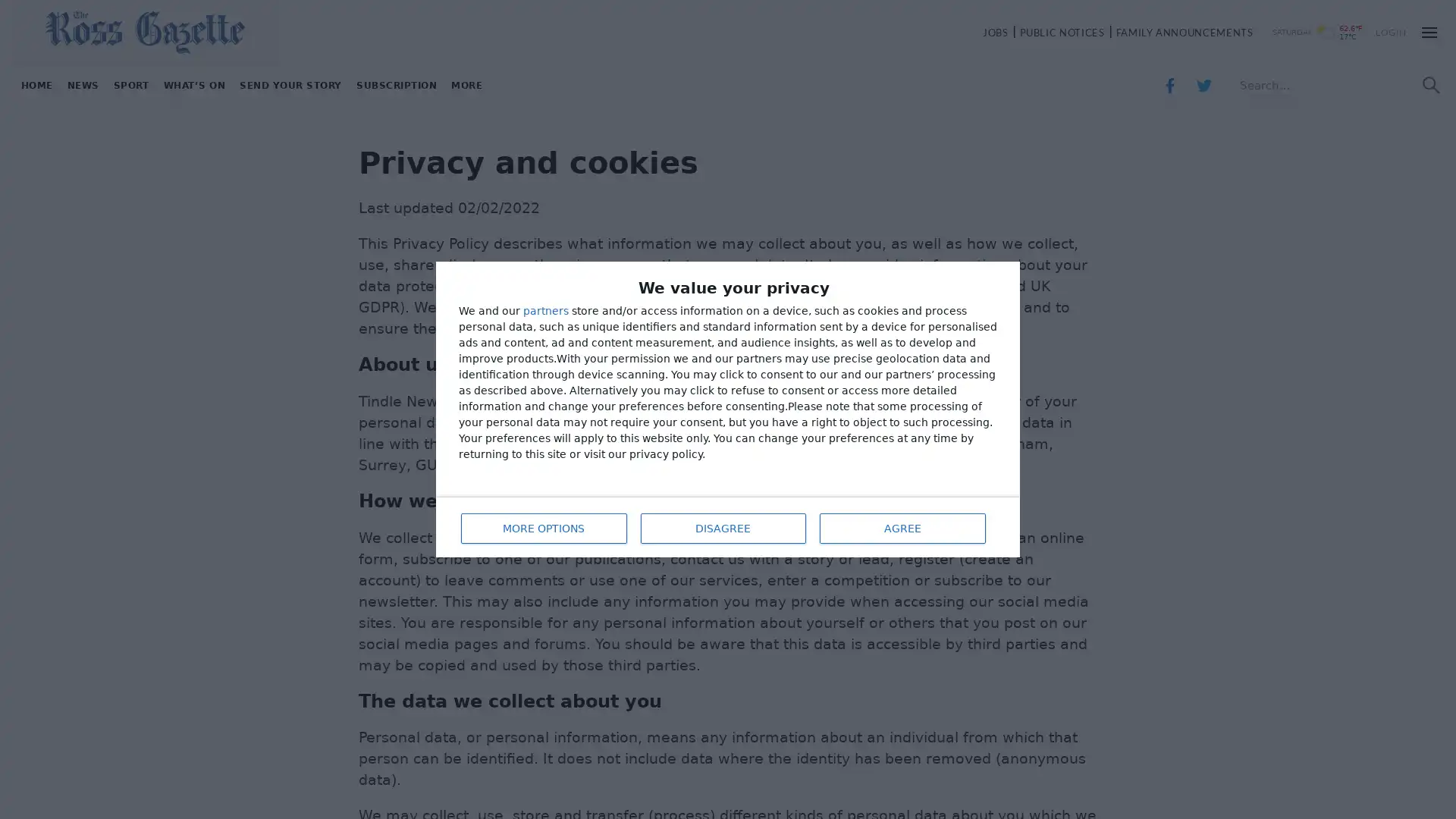 The width and height of the screenshot is (1456, 819). Describe the element at coordinates (902, 526) in the screenshot. I see `AGREE` at that location.